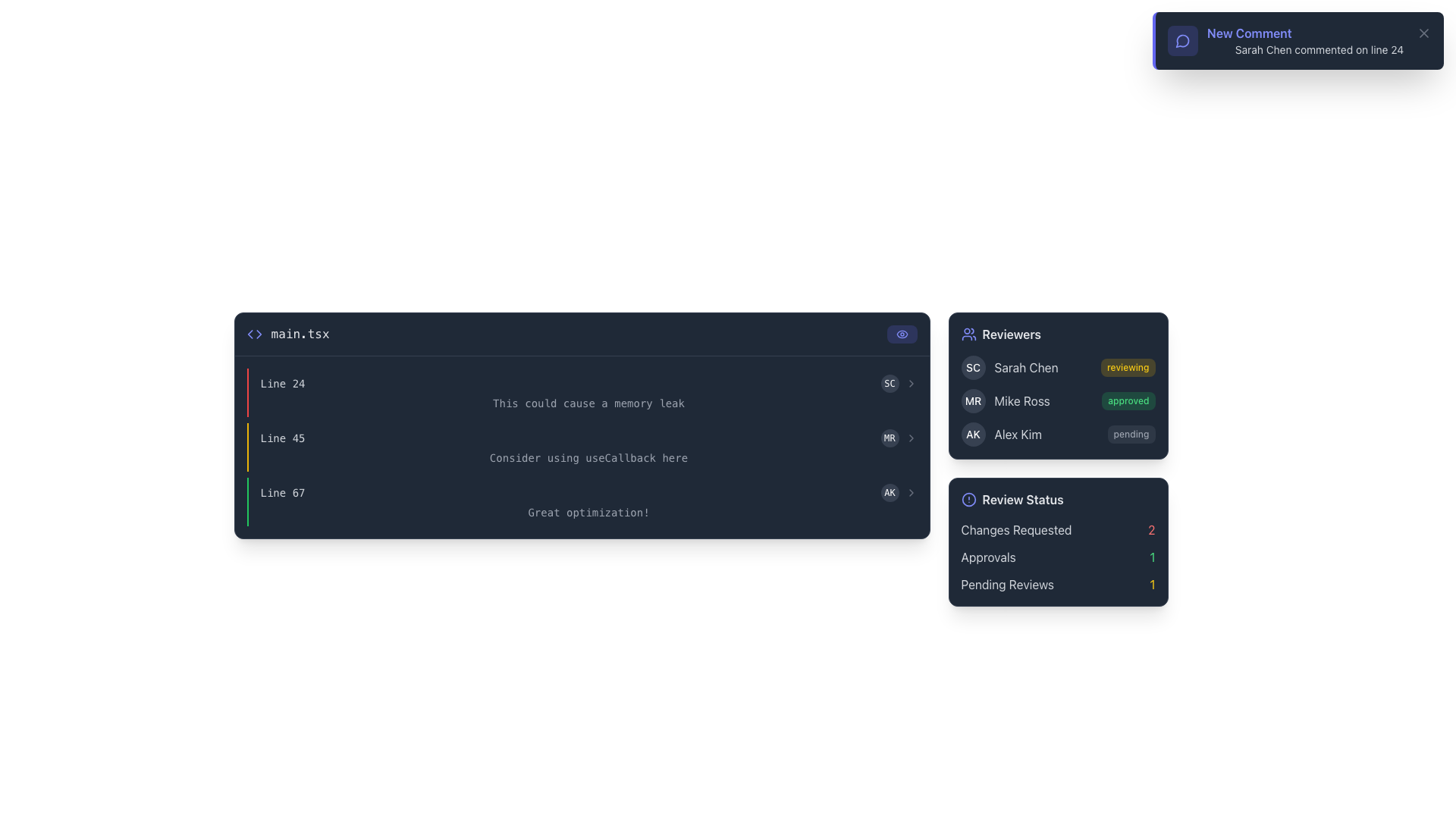  What do you see at coordinates (1182, 40) in the screenshot?
I see `the circular speech bubble icon with a light indigo outline located in the top right corner of the interface` at bounding box center [1182, 40].